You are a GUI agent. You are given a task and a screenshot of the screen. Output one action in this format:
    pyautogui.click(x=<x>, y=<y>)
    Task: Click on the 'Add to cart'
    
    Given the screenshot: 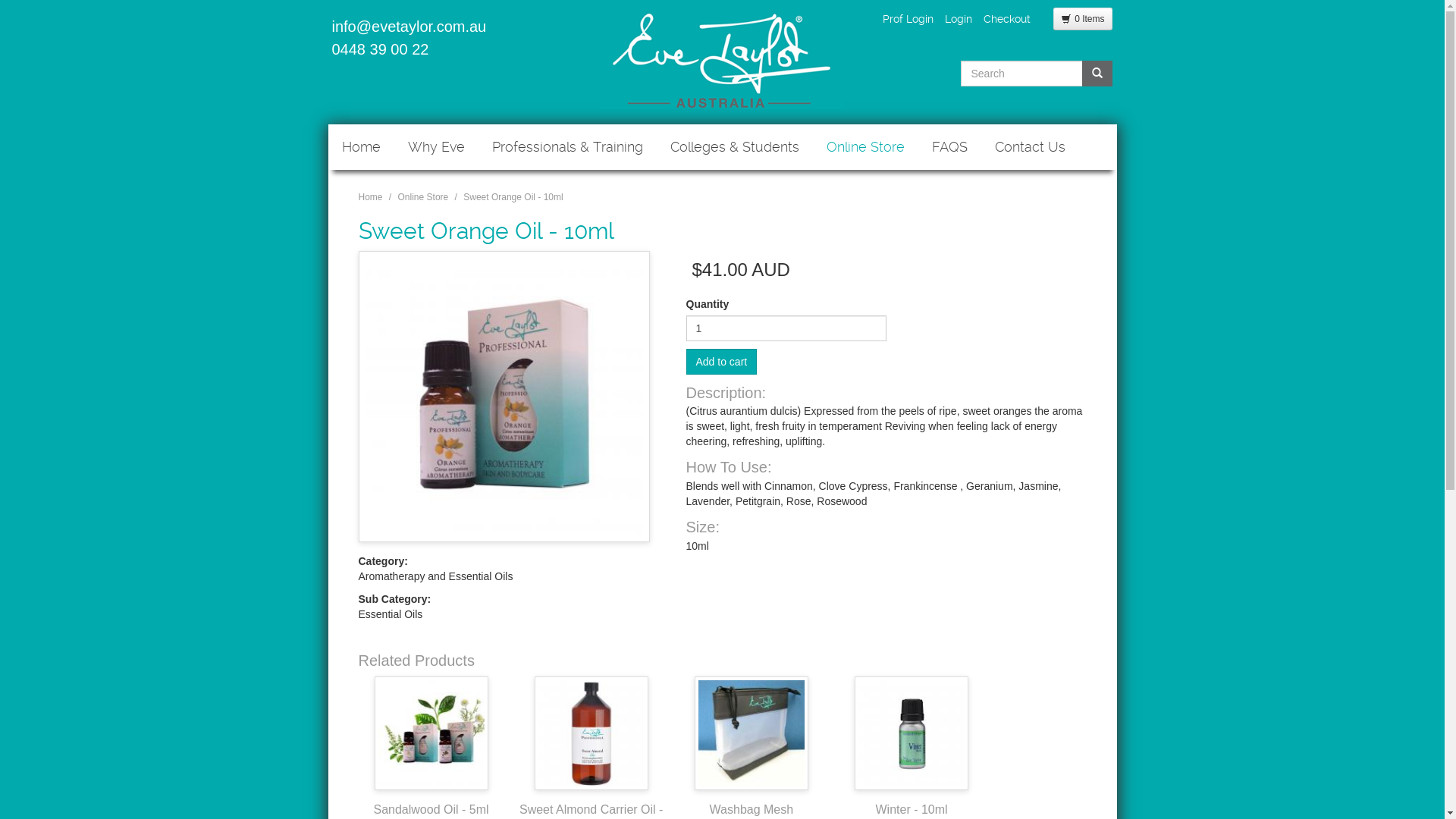 What is the action you would take?
    pyautogui.click(x=720, y=362)
    